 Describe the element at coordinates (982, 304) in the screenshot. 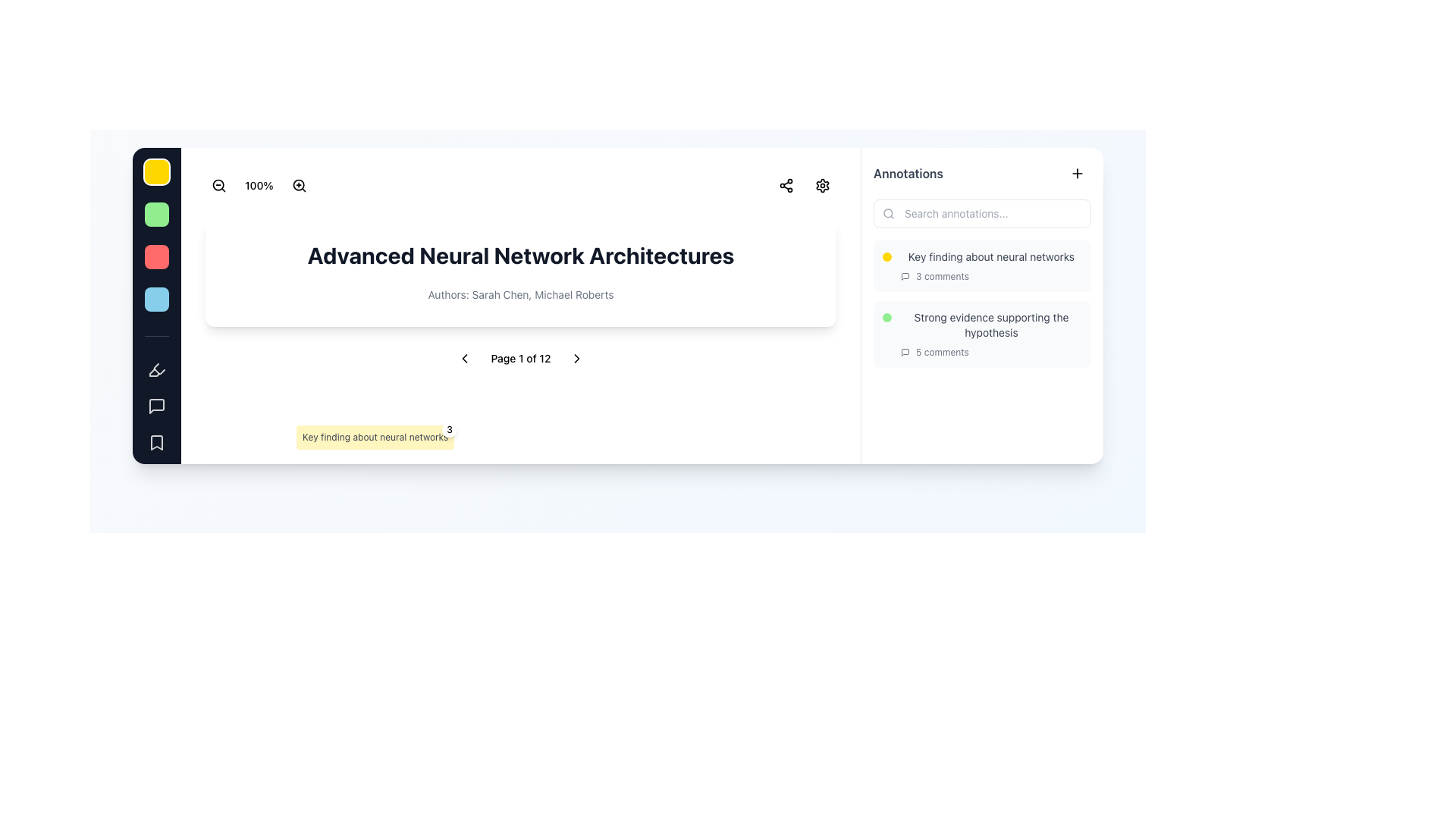

I see `the Interactive annotation card located in the 'Annotations' section at the right sidebar, specifically the second card below the 'Key finding about neural networks' card` at that location.